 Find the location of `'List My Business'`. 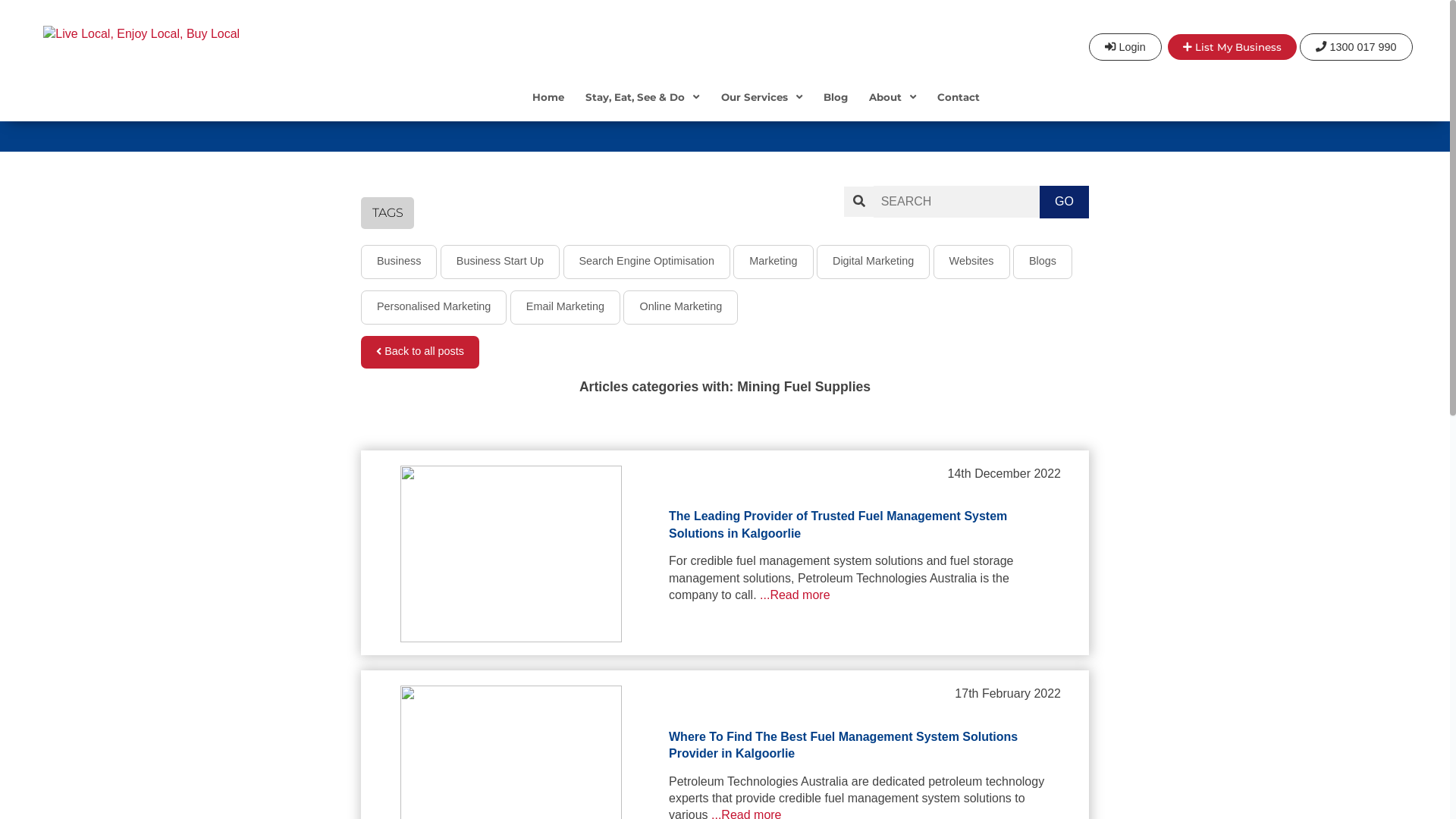

'List My Business' is located at coordinates (1167, 45).